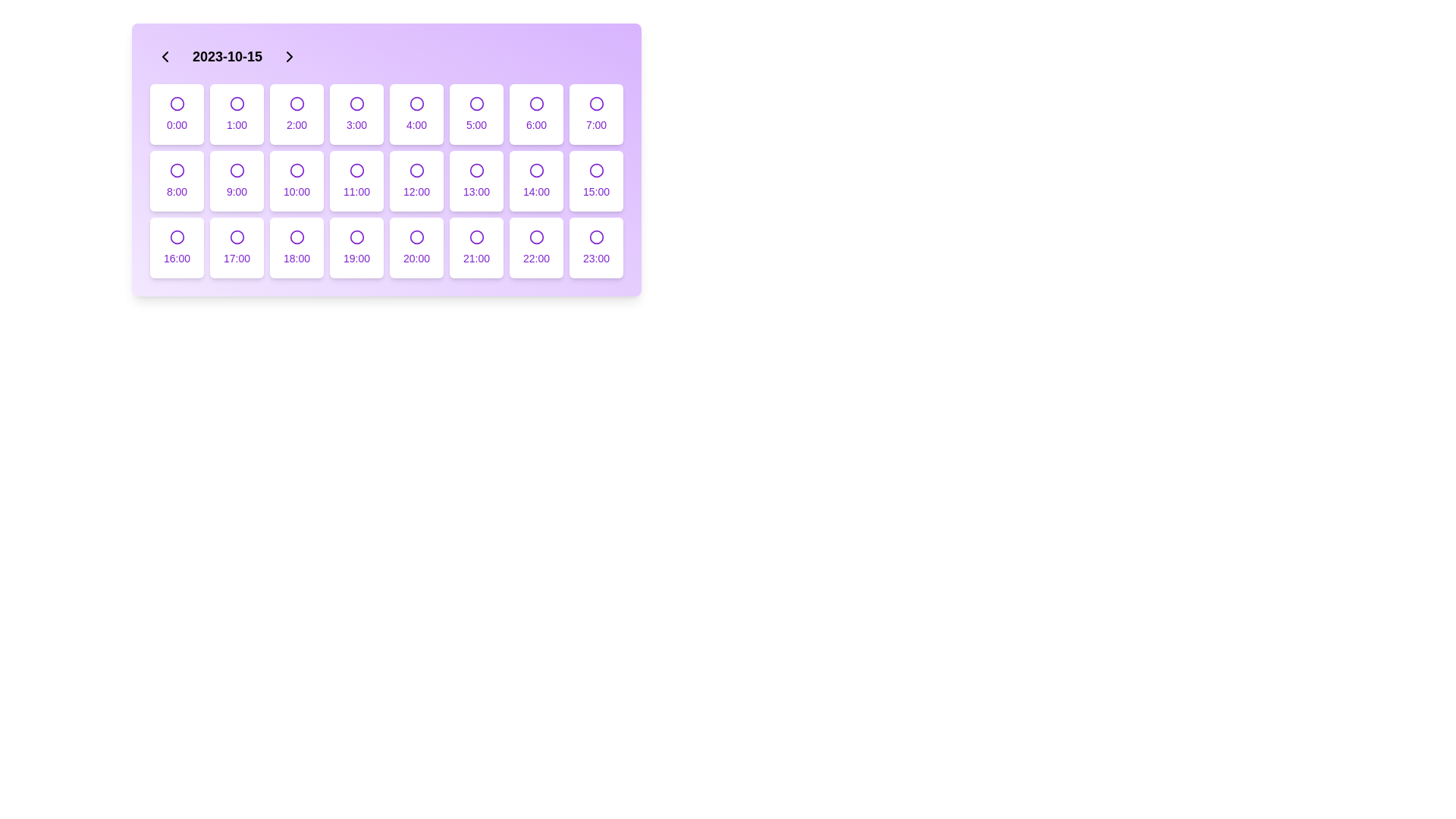  I want to click on the interactive grid tile representing the time slot 23:00 (11:00 PM), so click(595, 247).